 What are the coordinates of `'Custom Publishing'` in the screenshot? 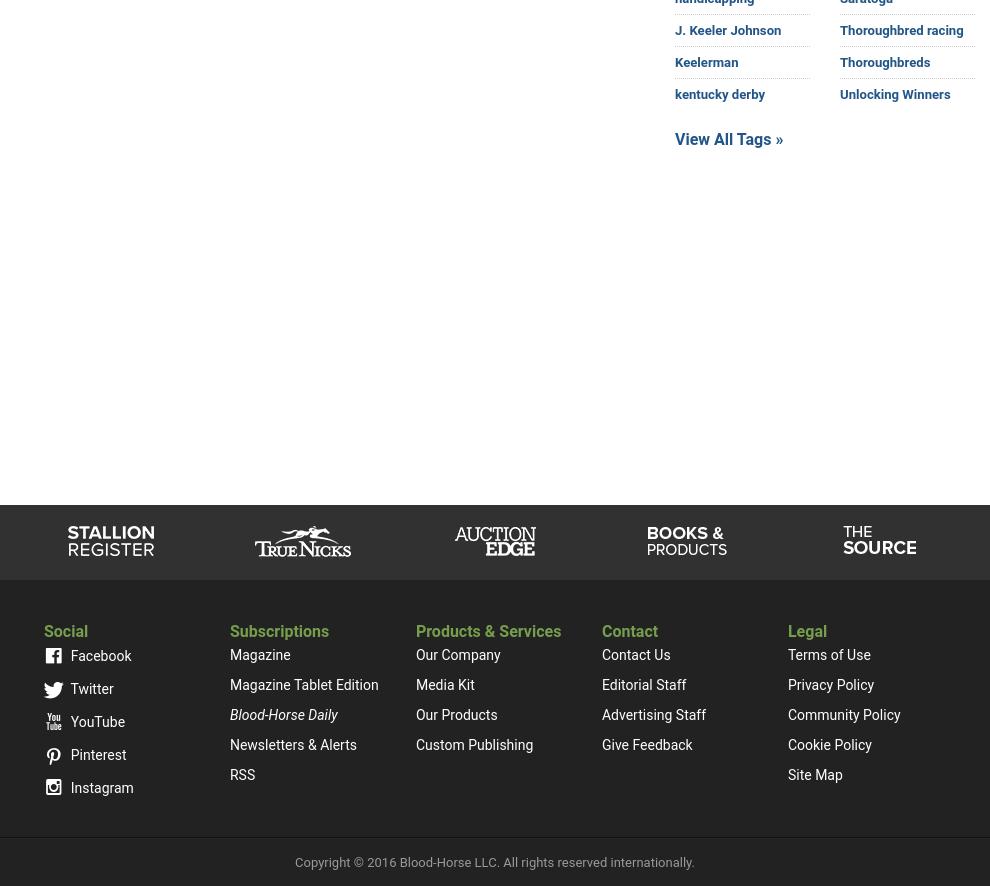 It's located at (474, 745).